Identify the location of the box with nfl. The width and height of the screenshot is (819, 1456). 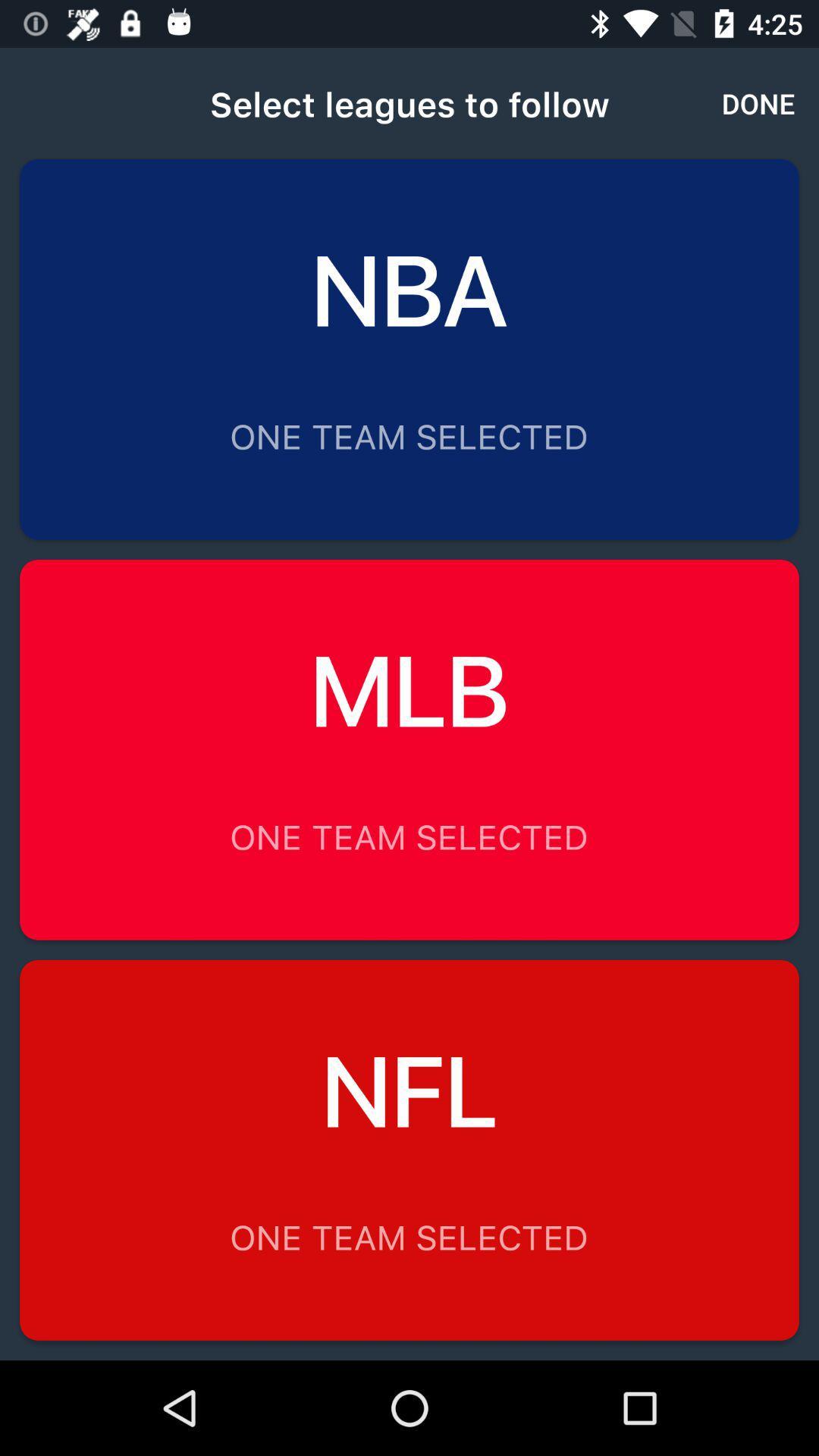
(409, 1150).